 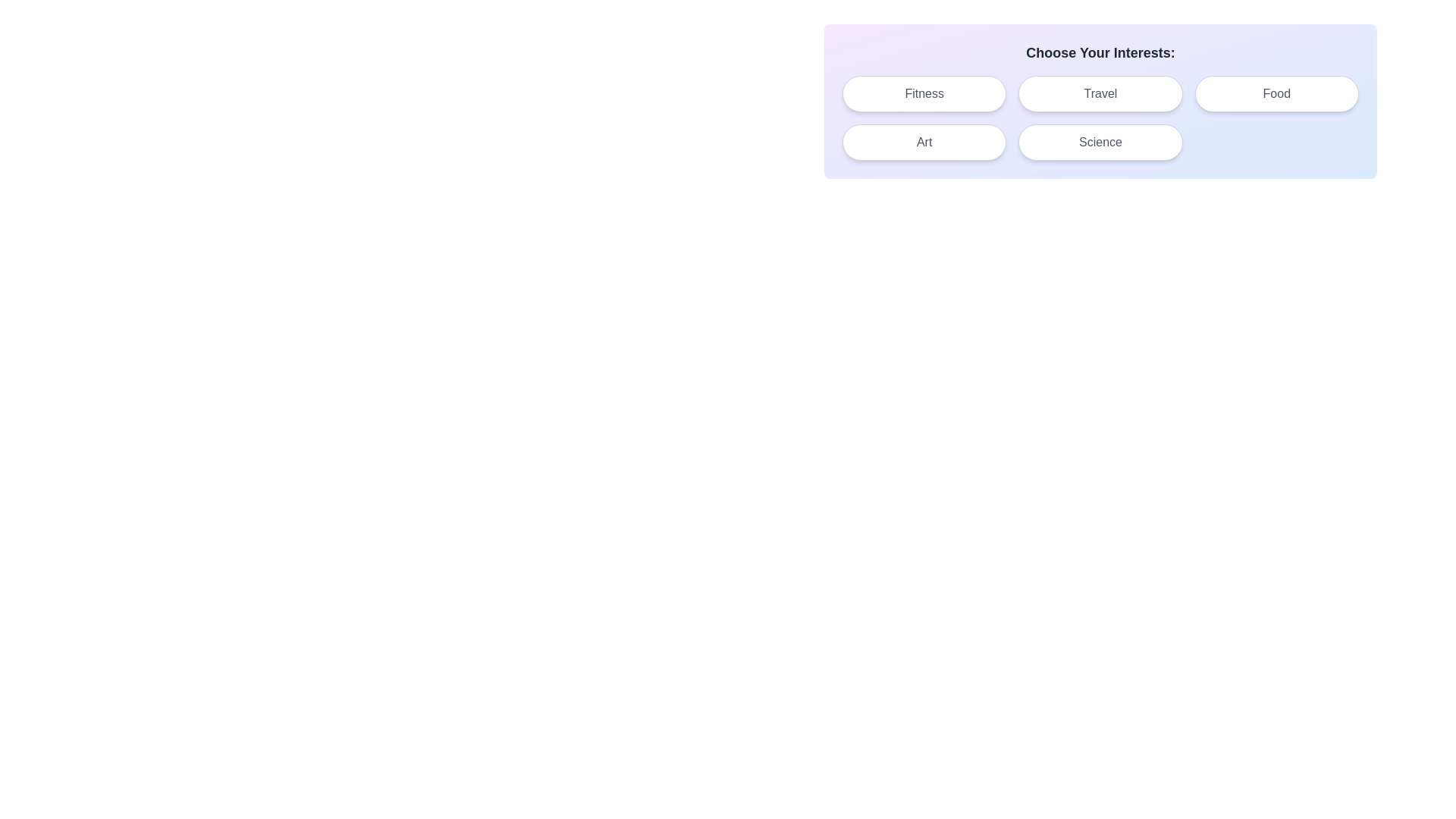 What do you see at coordinates (1100, 93) in the screenshot?
I see `the chip labeled Travel to observe the hover effect` at bounding box center [1100, 93].